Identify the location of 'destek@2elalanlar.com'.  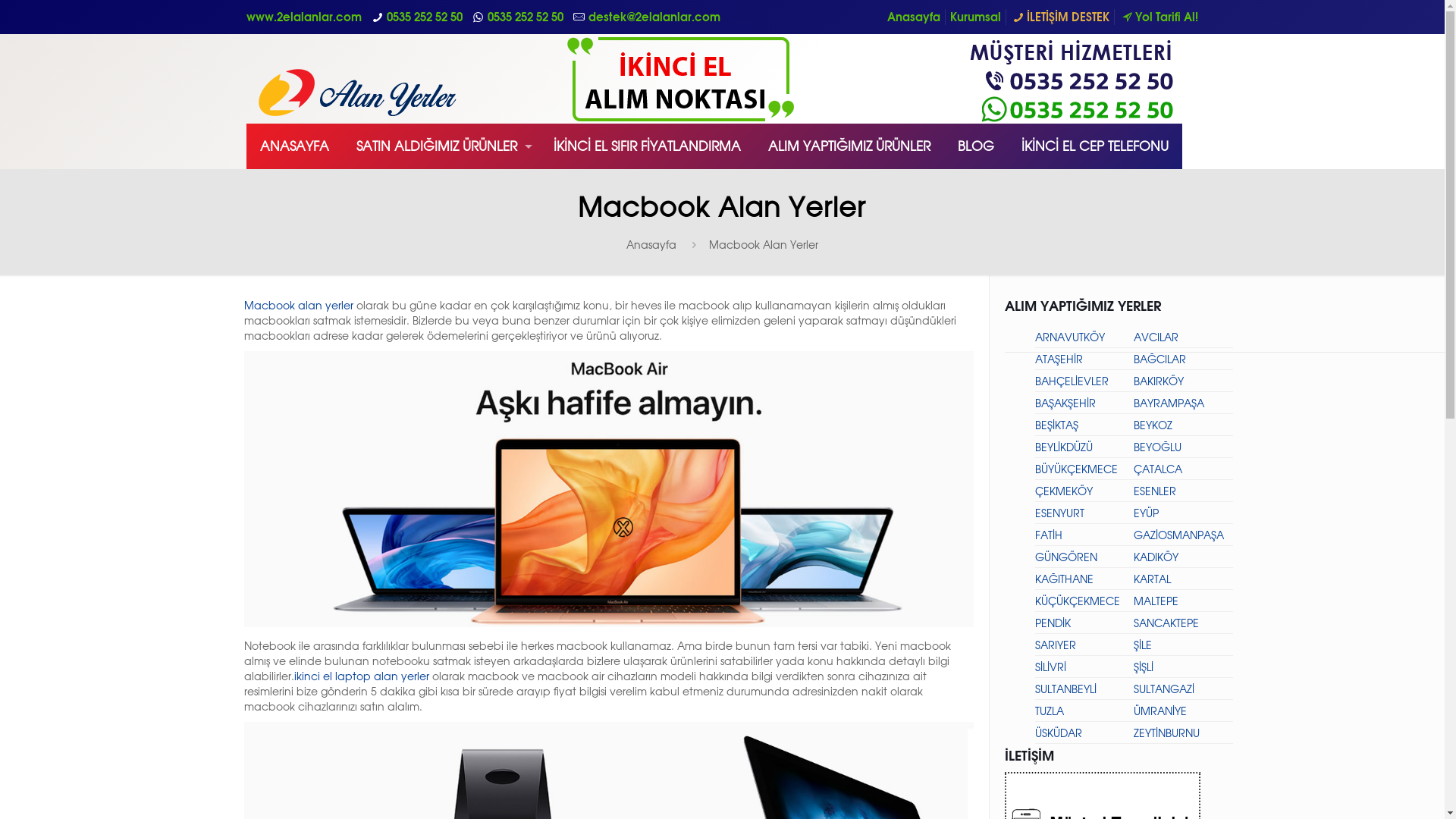
(654, 17).